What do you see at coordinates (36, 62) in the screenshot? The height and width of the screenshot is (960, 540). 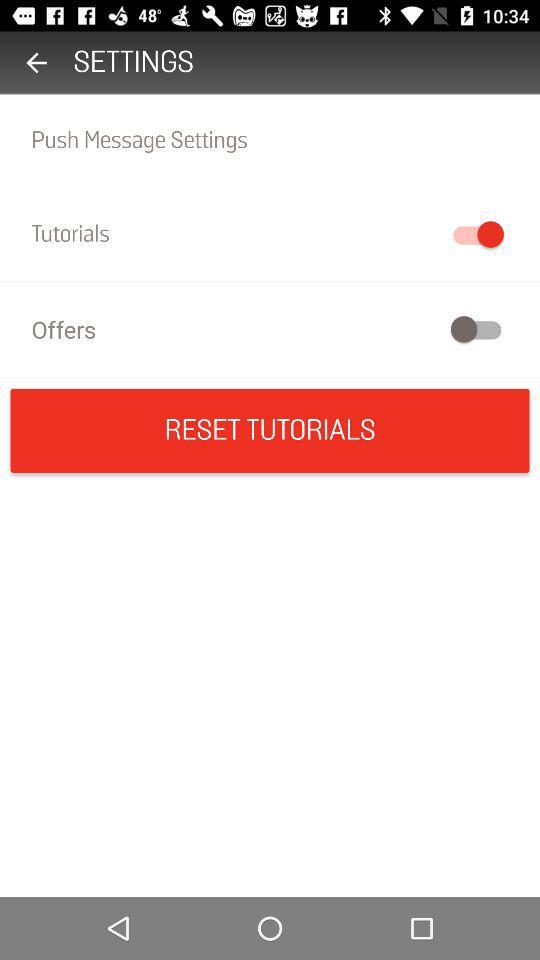 I see `the item above push message settings icon` at bounding box center [36, 62].